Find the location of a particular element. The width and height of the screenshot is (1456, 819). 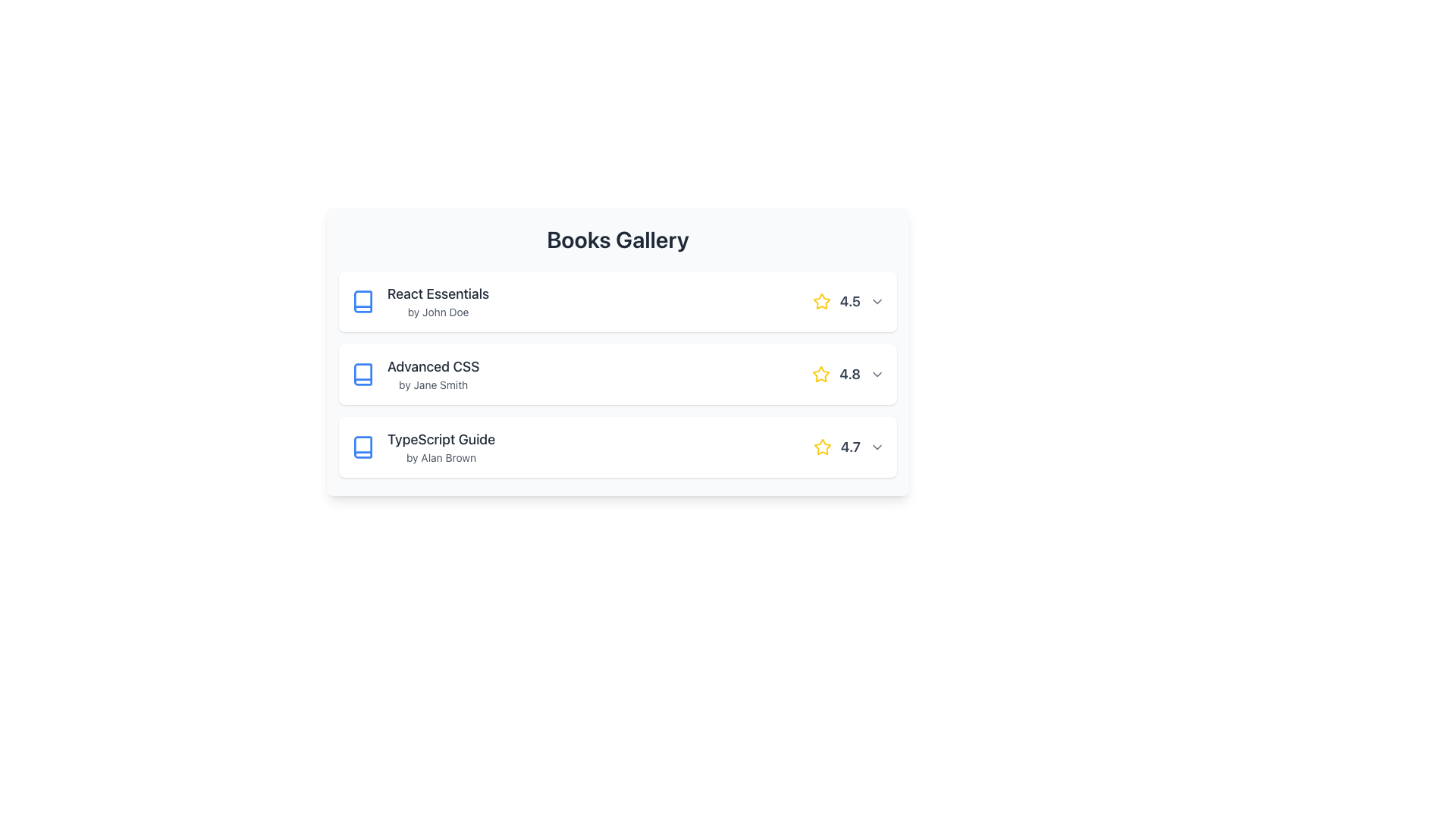

the star icon indicating user ratings for the 'Advanced CSS' book, located to the left of the rating number '4.8' is located at coordinates (821, 374).